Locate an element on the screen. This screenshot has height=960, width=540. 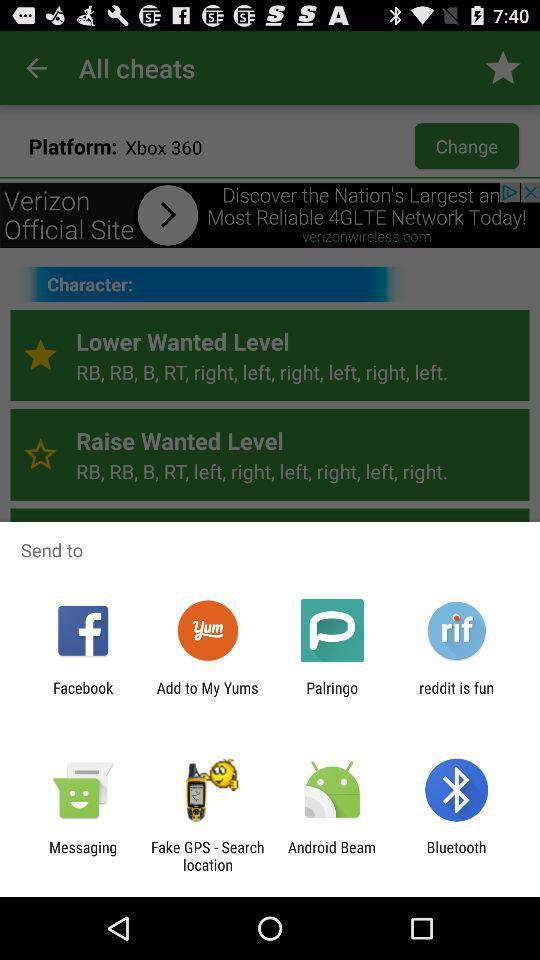
the add to my item is located at coordinates (206, 696).